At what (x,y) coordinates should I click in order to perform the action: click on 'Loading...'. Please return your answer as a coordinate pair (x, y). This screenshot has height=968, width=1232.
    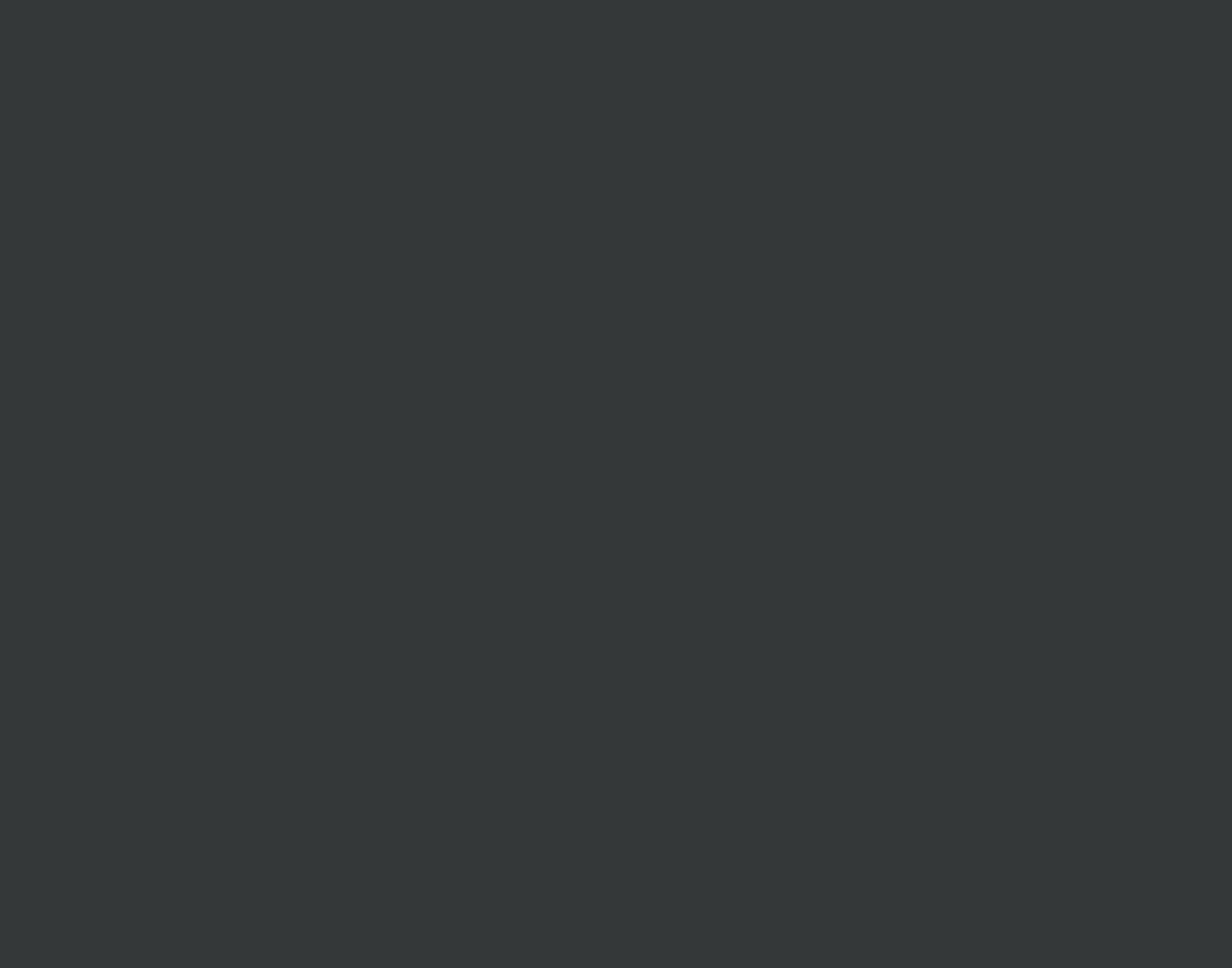
    Looking at the image, I should click on (575, 90).